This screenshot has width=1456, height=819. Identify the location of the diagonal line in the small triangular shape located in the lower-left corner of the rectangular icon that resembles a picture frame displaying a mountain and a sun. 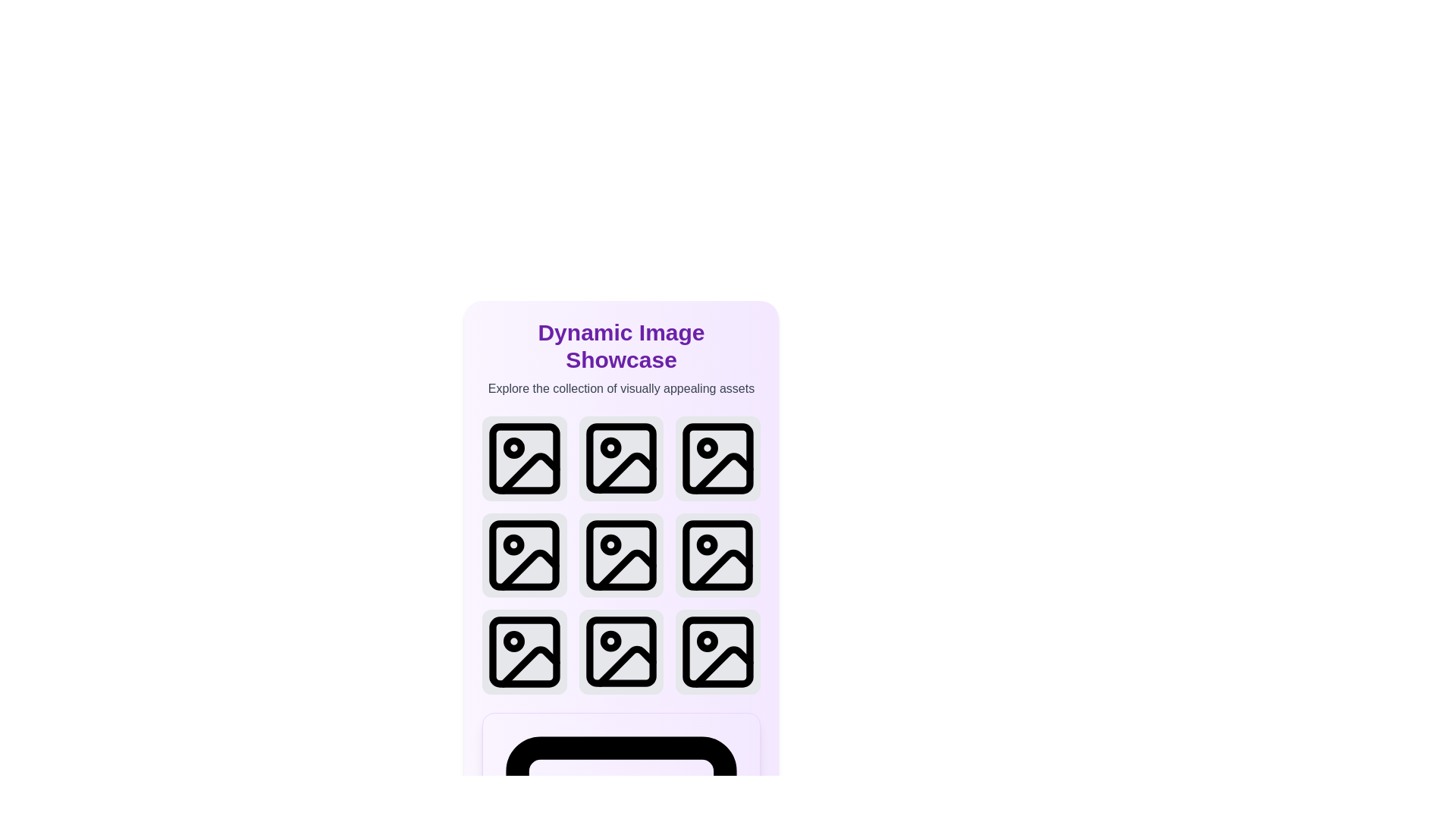
(529, 570).